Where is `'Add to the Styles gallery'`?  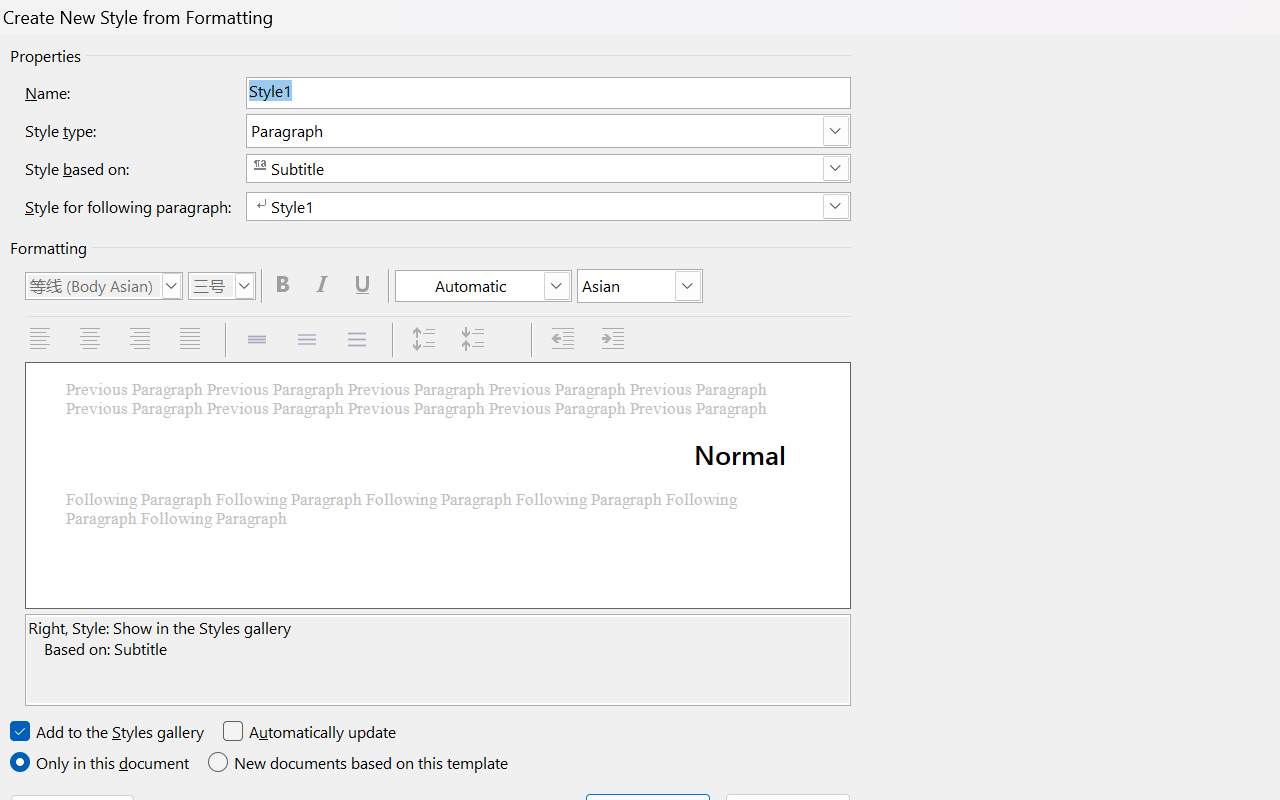 'Add to the Styles gallery' is located at coordinates (107, 731).